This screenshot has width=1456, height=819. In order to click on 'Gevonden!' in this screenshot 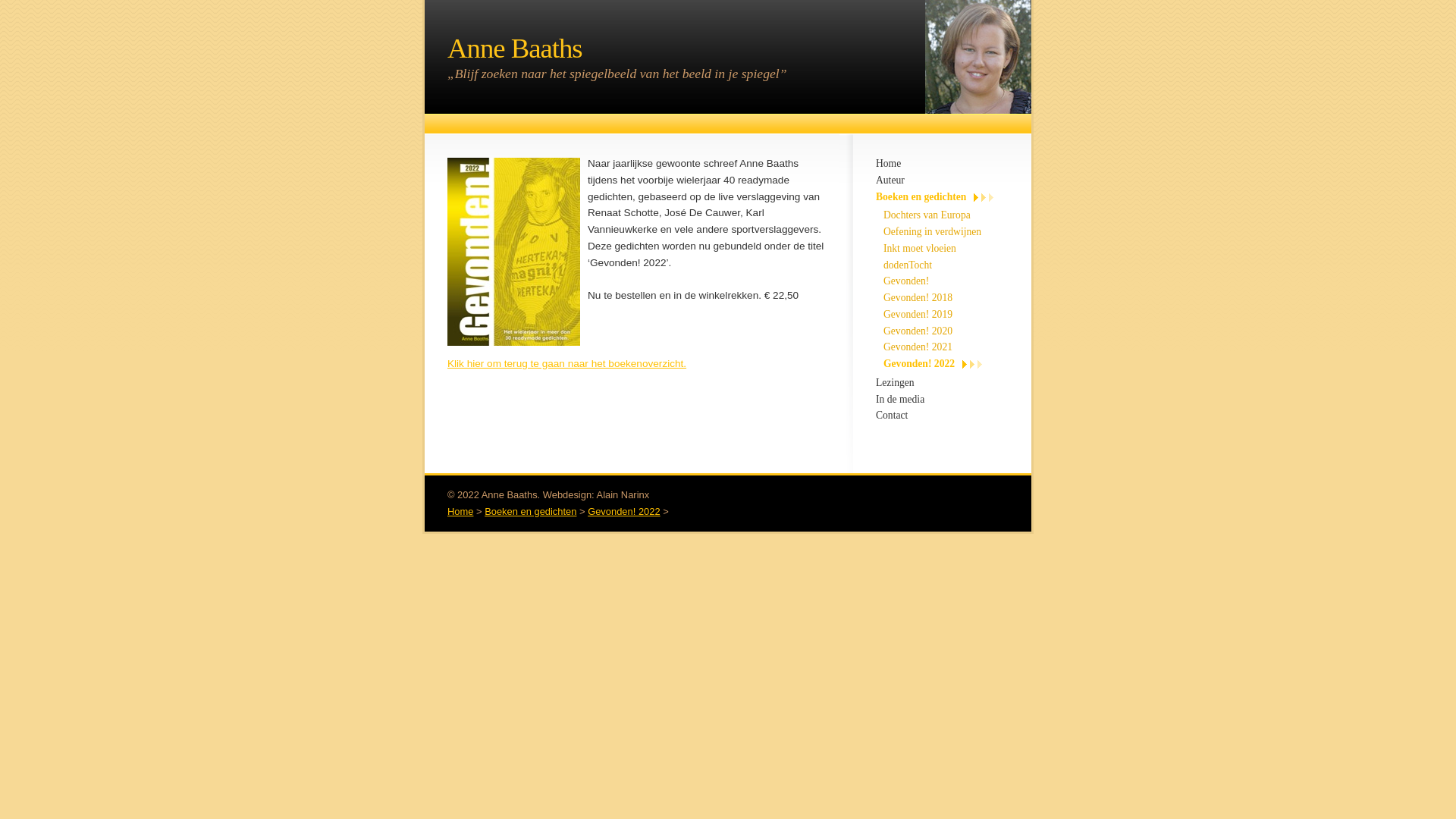, I will do `click(906, 281)`.